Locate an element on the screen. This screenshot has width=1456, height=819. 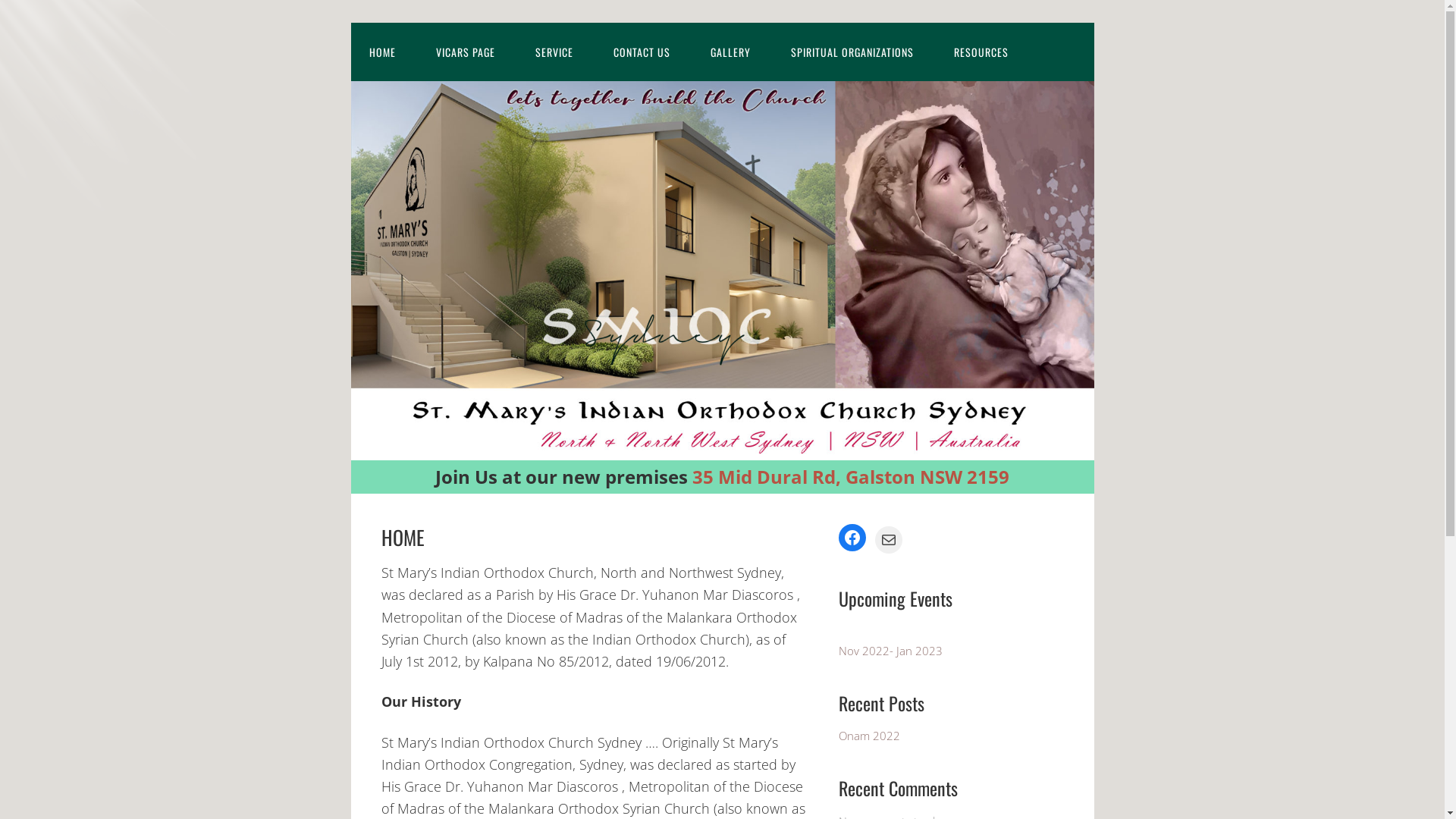
'Nov 2022- Jan 2023' is located at coordinates (890, 649).